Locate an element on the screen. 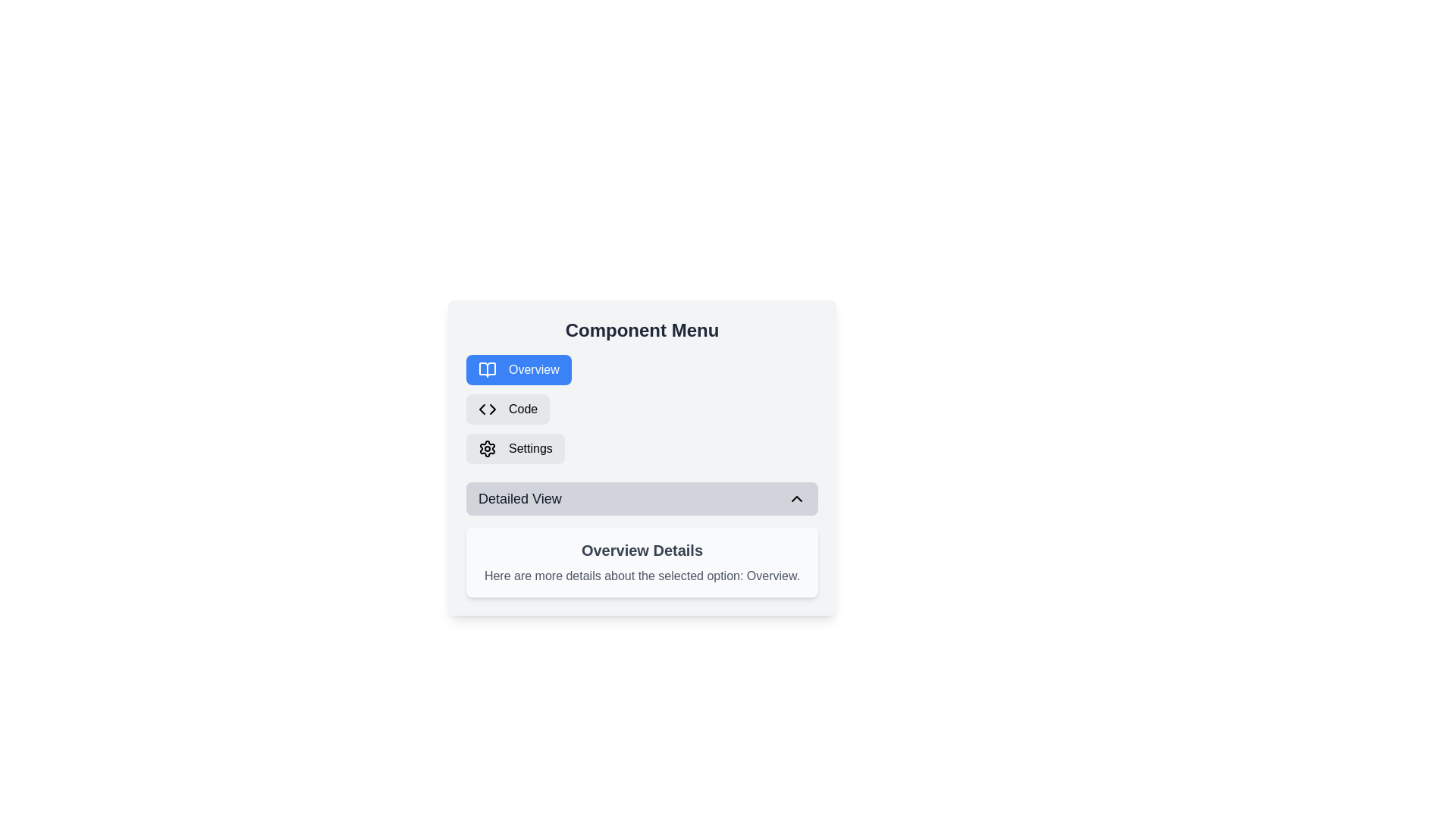 This screenshot has width=1456, height=819. text 'Detailed View' from the label within the light gray button, which is positioned below the 'Settings' button and serves to open a detailed view of a component is located at coordinates (519, 499).